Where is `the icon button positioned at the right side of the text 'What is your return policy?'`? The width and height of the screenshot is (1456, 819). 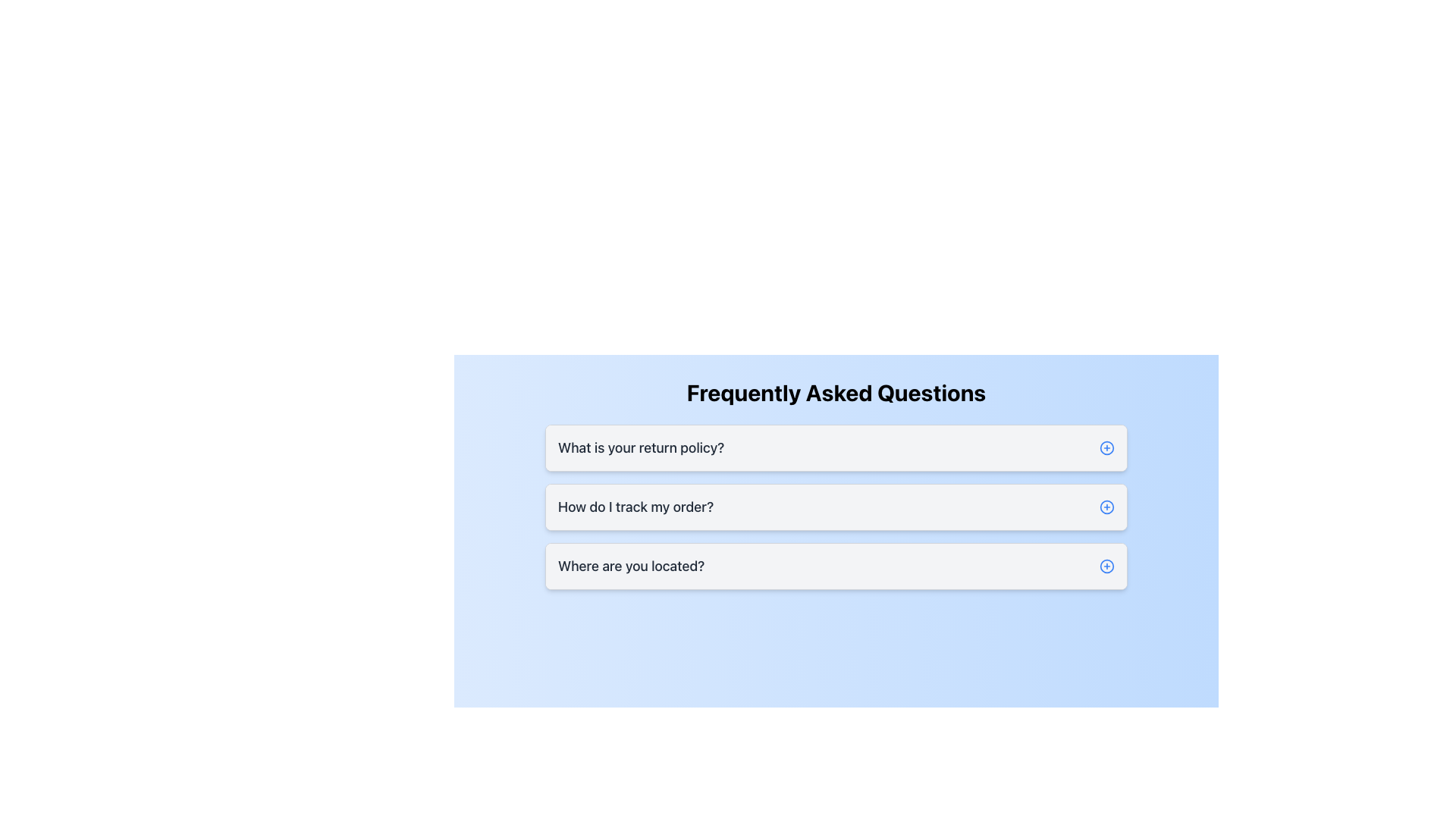
the icon button positioned at the right side of the text 'What is your return policy?' is located at coordinates (1106, 447).